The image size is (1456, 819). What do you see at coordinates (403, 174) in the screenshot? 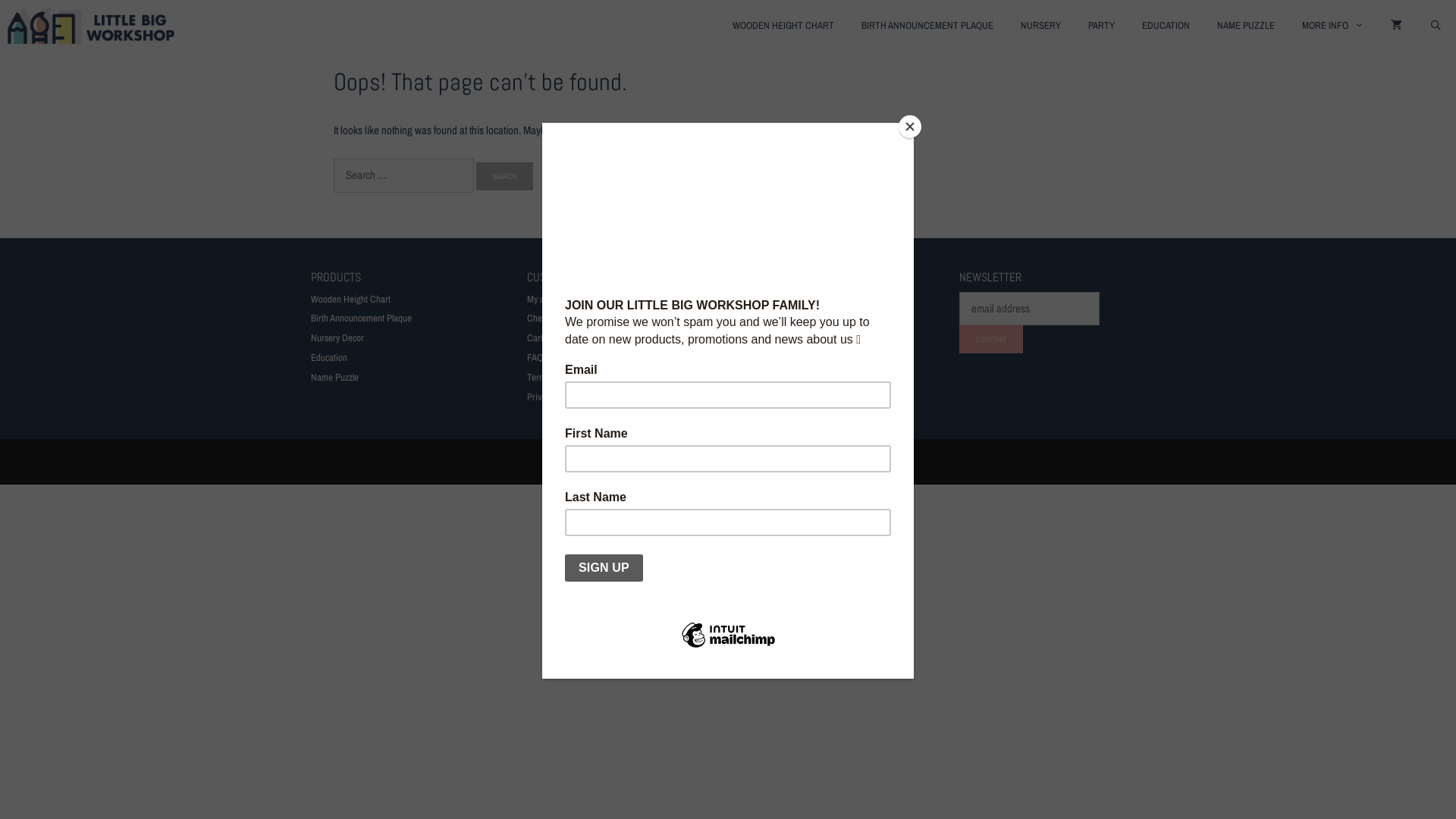
I see `'Search for:'` at bounding box center [403, 174].